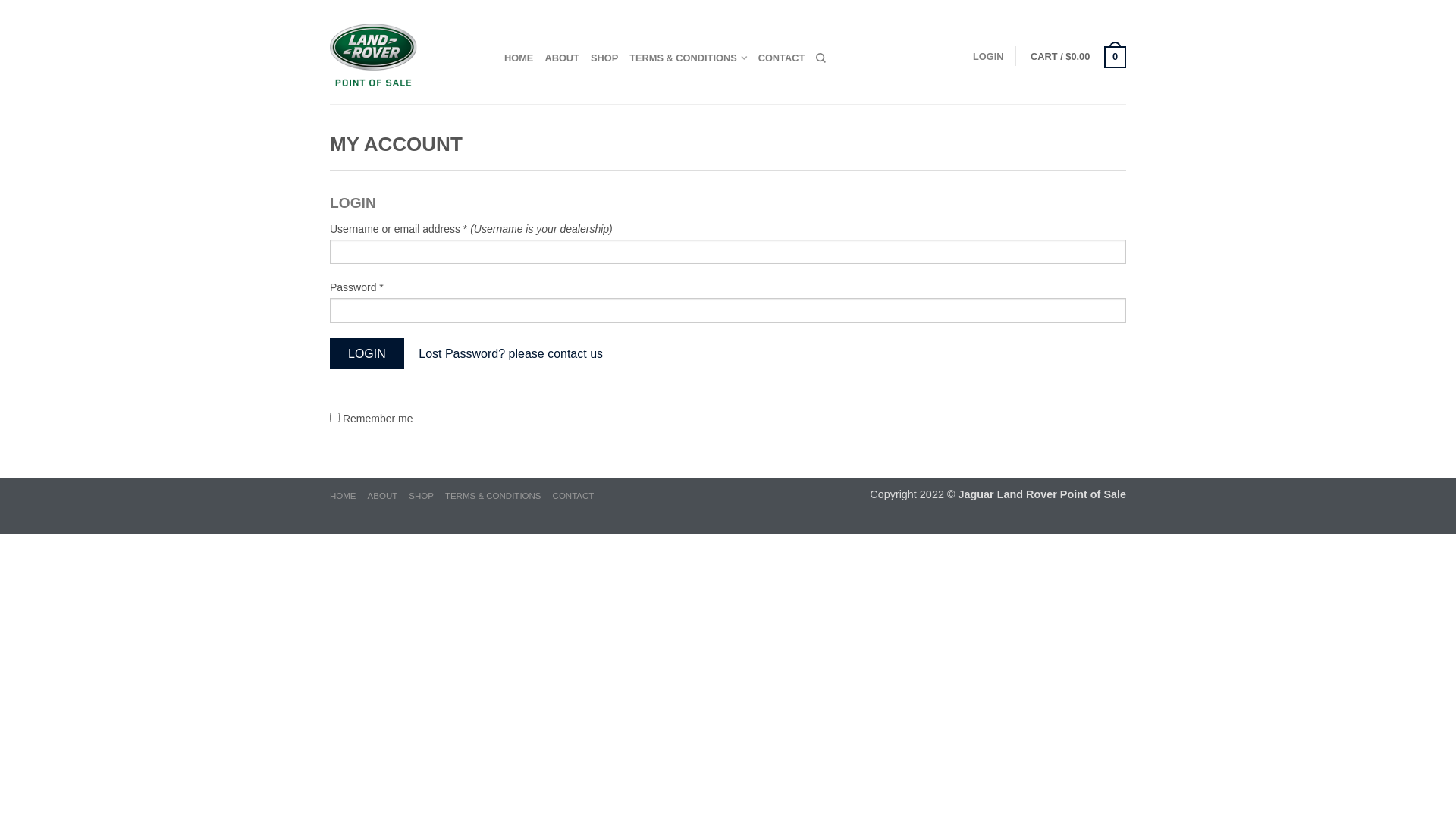 Image resolution: width=1456 pixels, height=819 pixels. I want to click on 'TERMS & CONDITIONS', so click(687, 57).